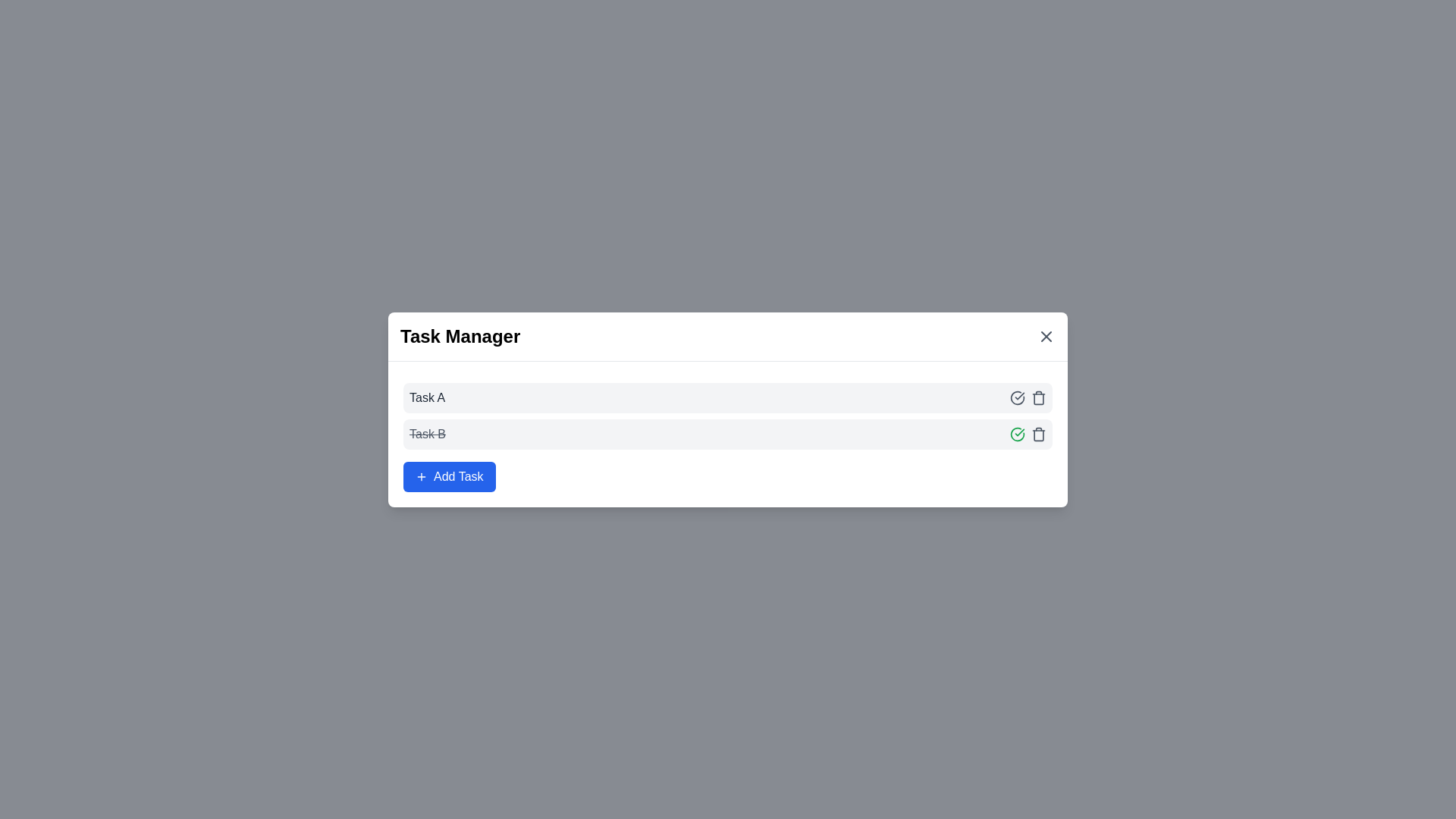  Describe the element at coordinates (457, 475) in the screenshot. I see `the Text Label that indicates the function of the button for adding a new task, located to the right of the '+' icon in the 'Task Manager' modal` at that location.